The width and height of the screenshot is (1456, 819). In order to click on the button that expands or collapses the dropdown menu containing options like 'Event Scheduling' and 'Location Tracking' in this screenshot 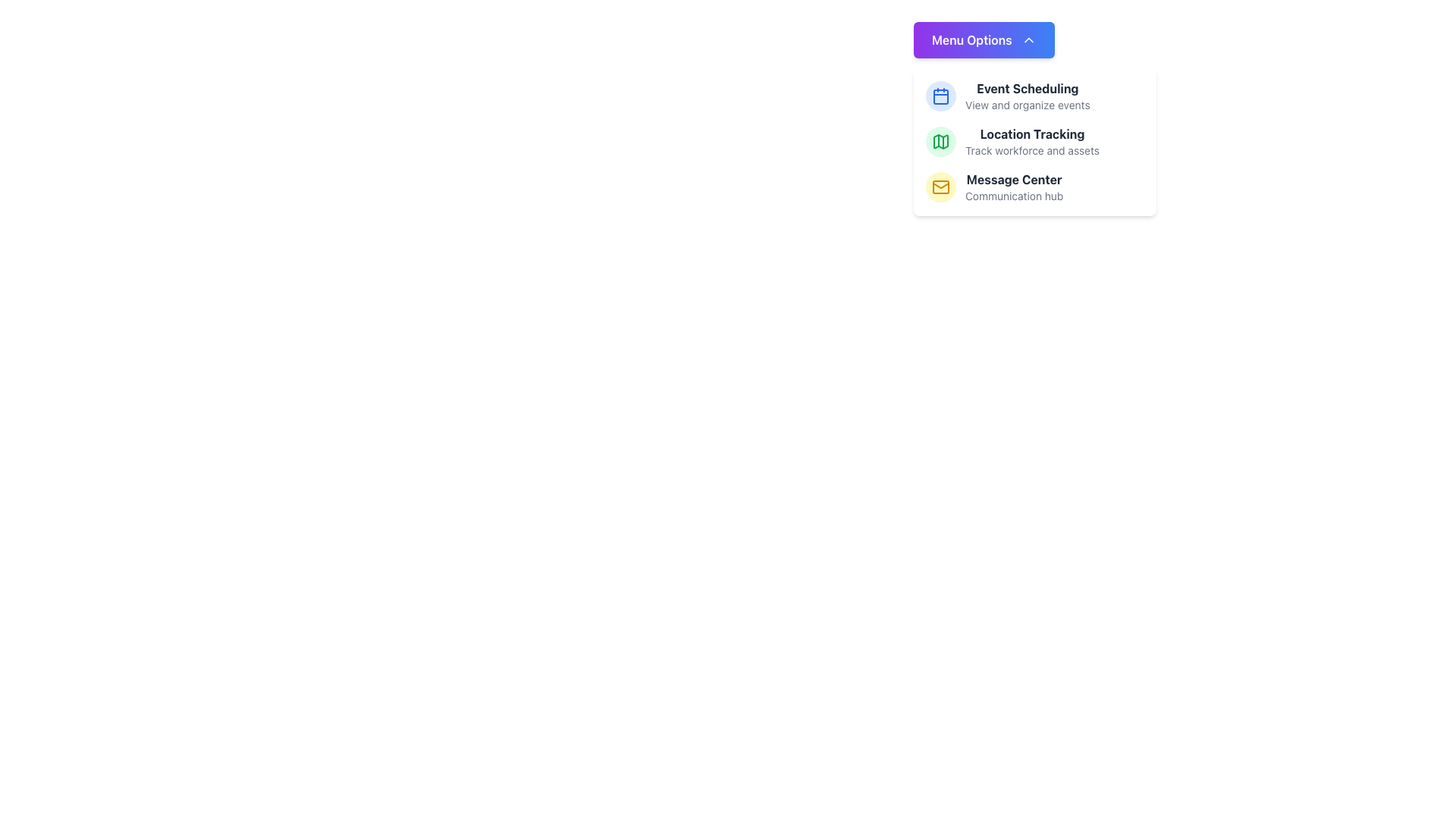, I will do `click(984, 39)`.